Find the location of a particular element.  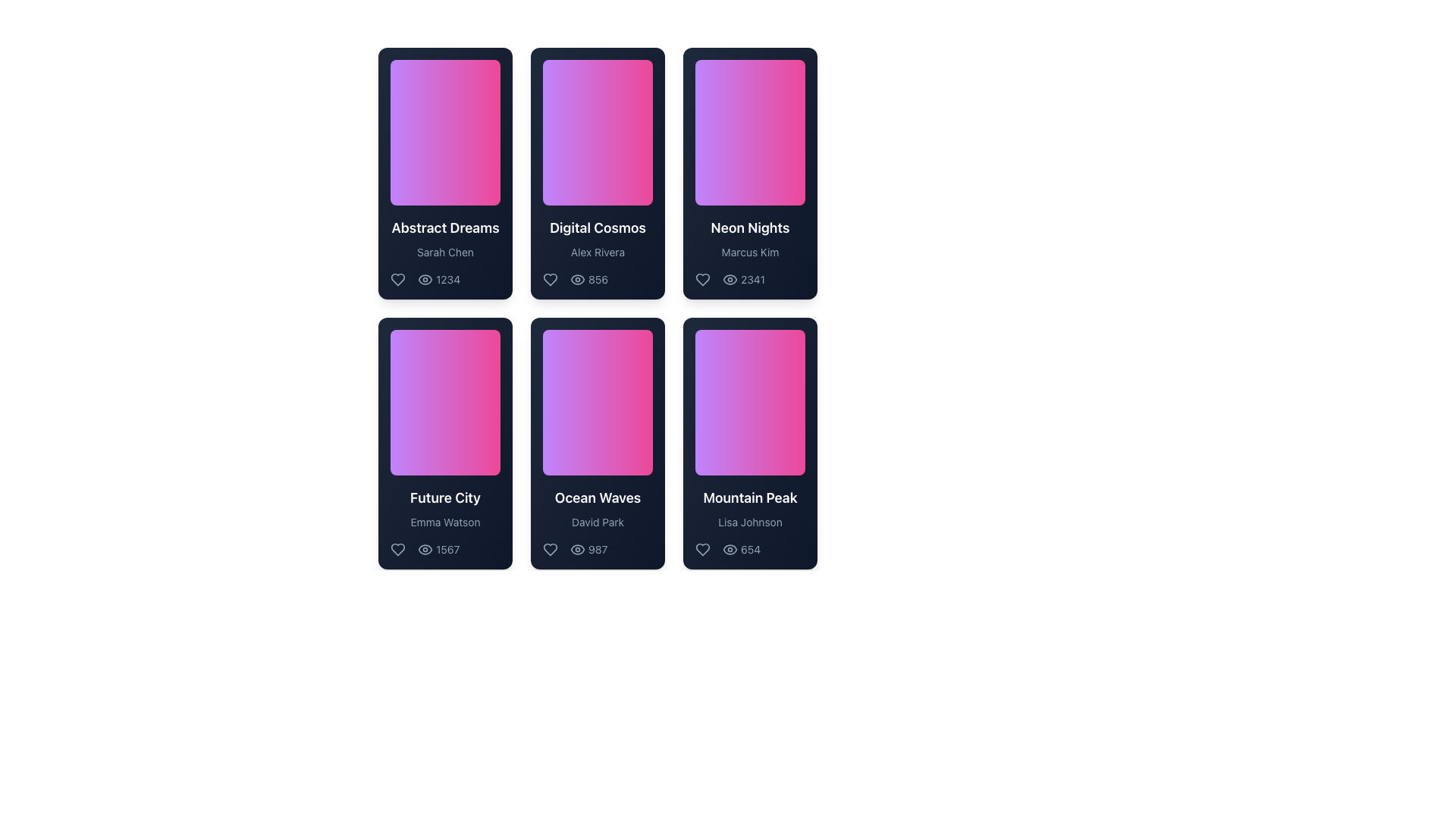

the views icon for the 'Digital Cosmos' card, located in the central column, second row, beneath the card title is located at coordinates (588, 280).